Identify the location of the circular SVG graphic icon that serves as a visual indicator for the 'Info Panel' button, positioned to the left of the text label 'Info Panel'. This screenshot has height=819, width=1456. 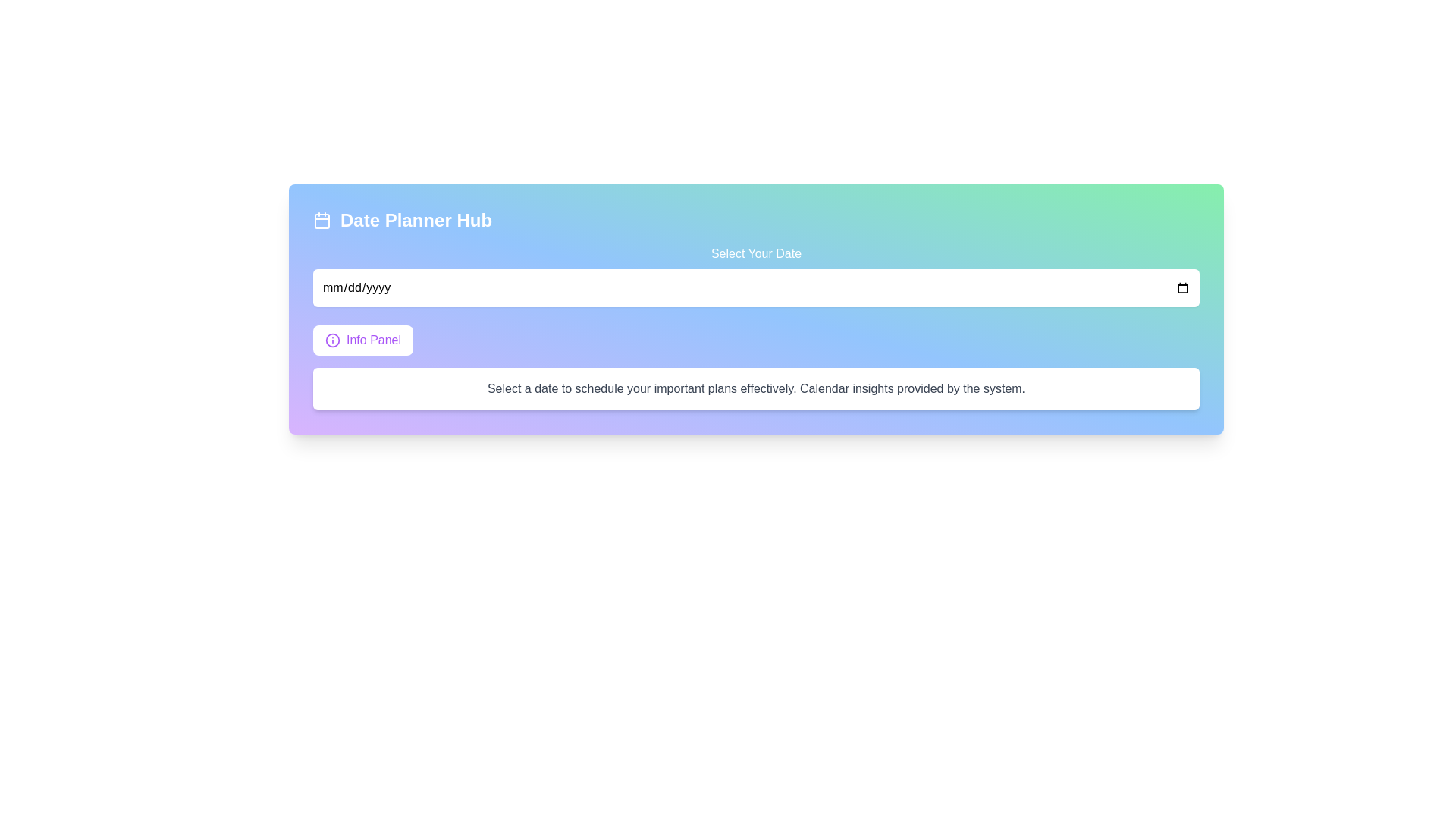
(331, 339).